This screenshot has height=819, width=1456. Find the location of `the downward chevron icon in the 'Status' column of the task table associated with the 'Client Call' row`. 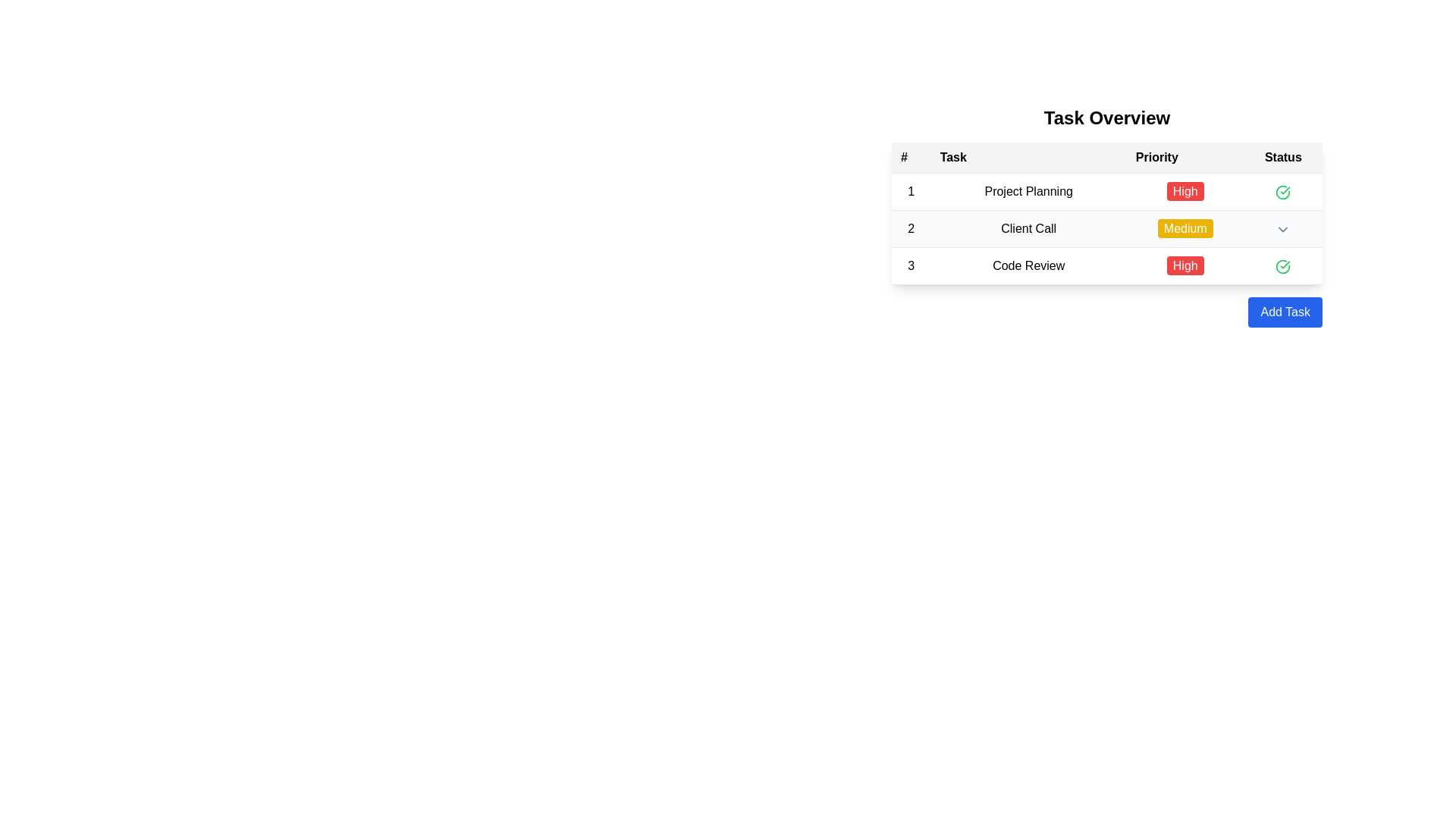

the downward chevron icon in the 'Status' column of the task table associated with the 'Client Call' row is located at coordinates (1282, 229).